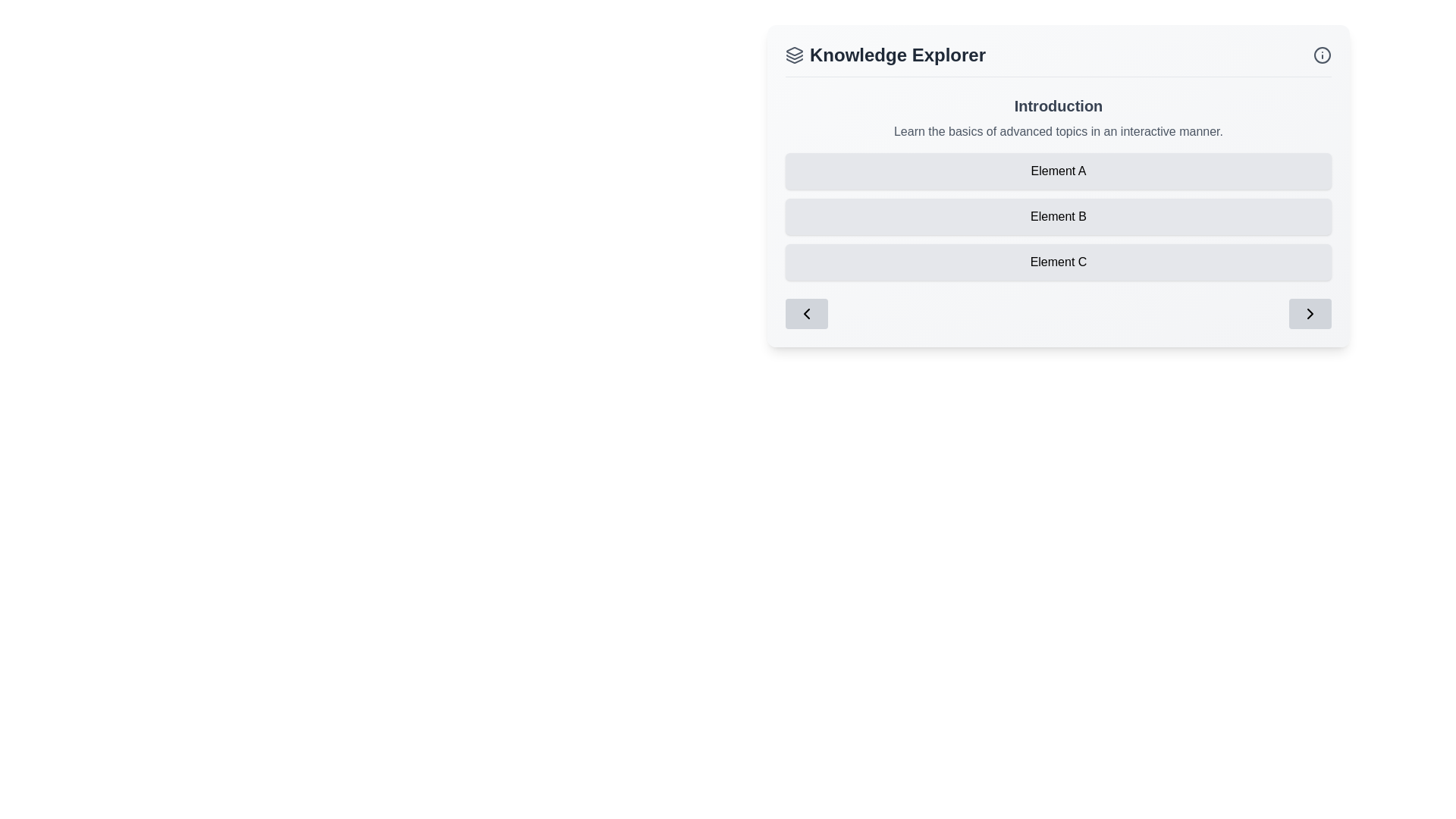 This screenshot has height=819, width=1456. What do you see at coordinates (885, 55) in the screenshot?
I see `'Knowledge Explorer' TextLabel element, which features bold, large gray text and is located in the upper-left corner of the content card, for additional information` at bounding box center [885, 55].